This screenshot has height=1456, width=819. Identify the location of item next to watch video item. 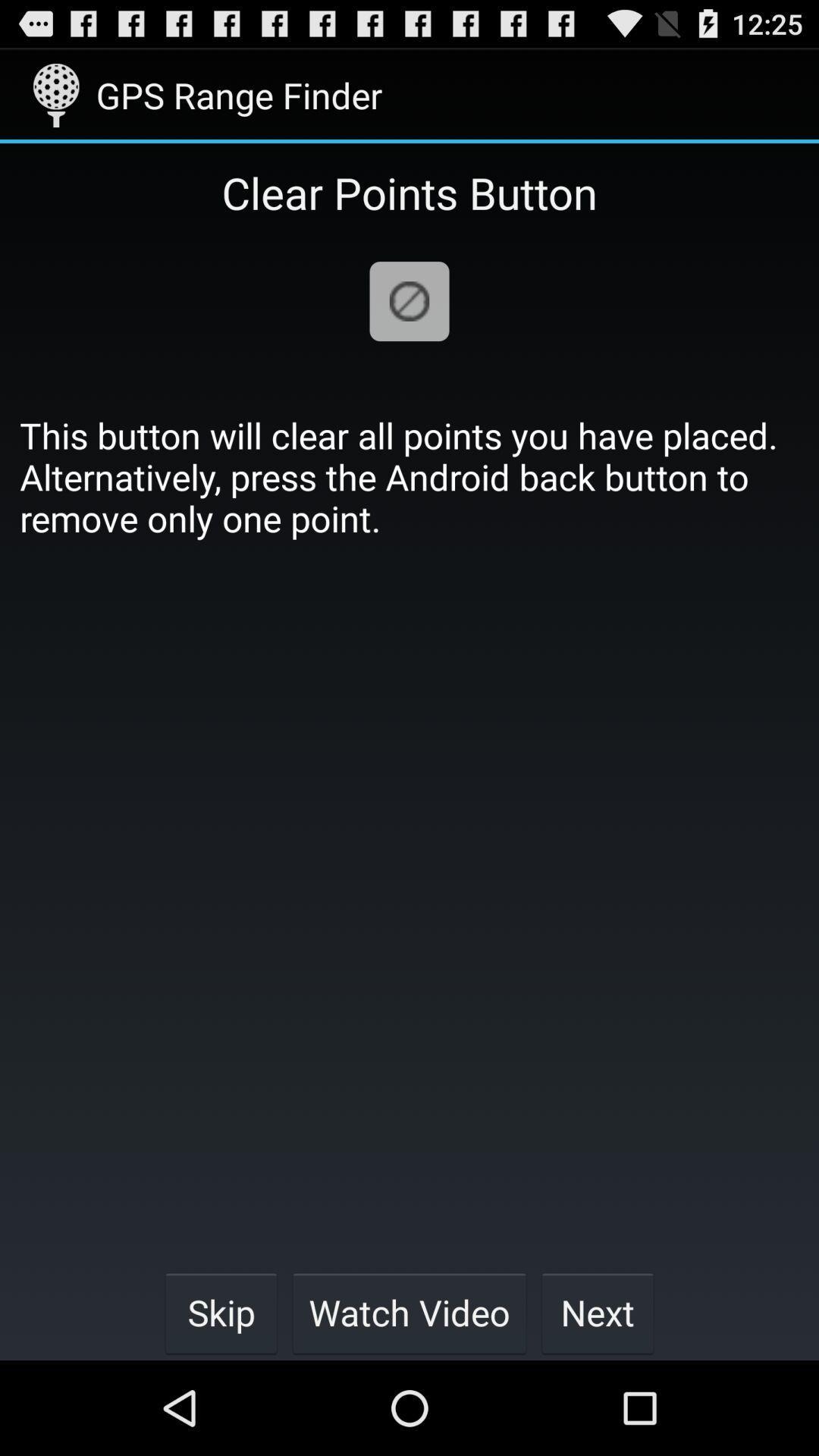
(221, 1312).